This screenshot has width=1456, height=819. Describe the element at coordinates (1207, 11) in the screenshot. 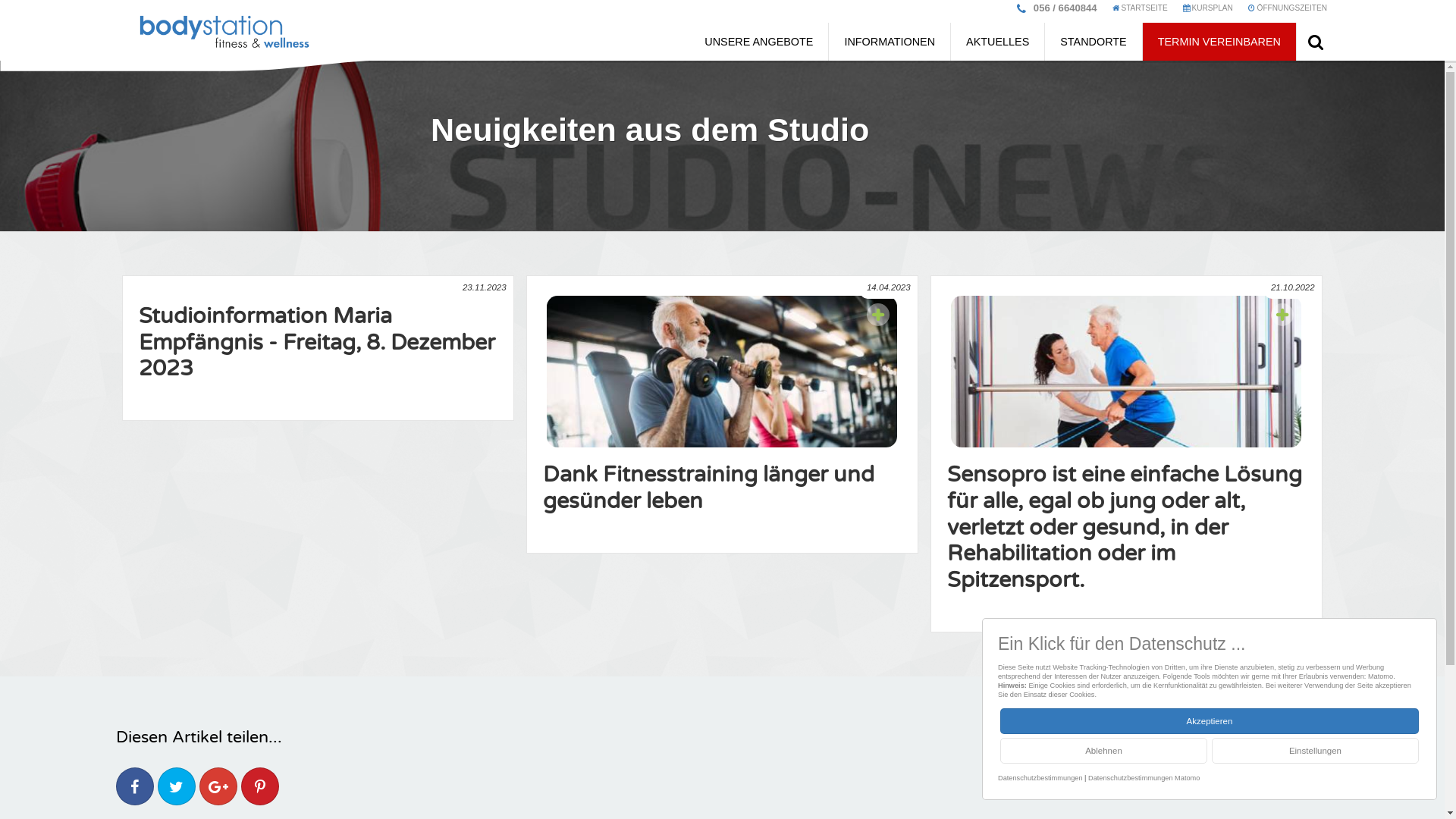

I see `'KURSPLAN'` at that location.